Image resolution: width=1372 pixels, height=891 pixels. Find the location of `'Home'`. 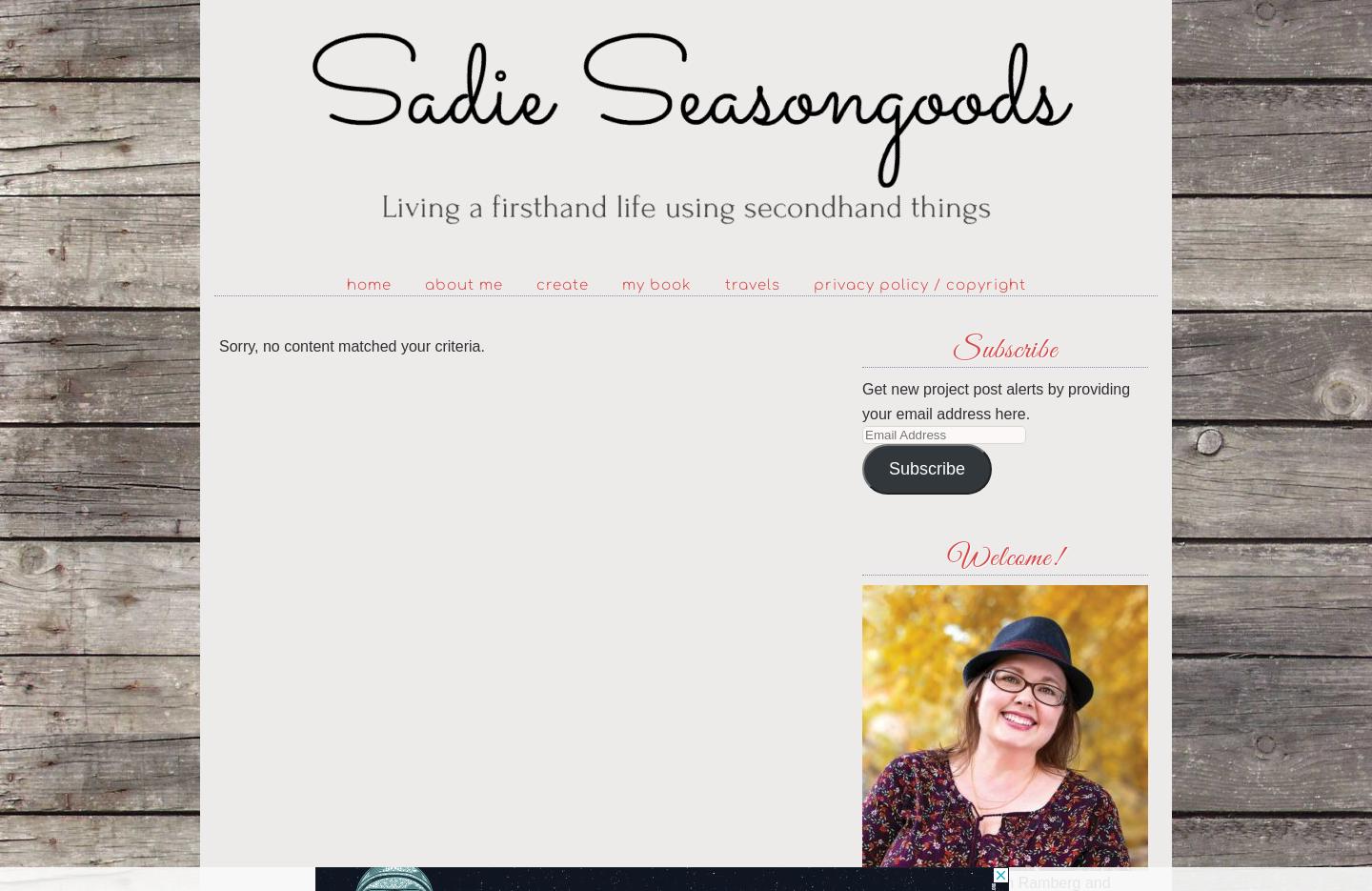

'Home' is located at coordinates (367, 285).